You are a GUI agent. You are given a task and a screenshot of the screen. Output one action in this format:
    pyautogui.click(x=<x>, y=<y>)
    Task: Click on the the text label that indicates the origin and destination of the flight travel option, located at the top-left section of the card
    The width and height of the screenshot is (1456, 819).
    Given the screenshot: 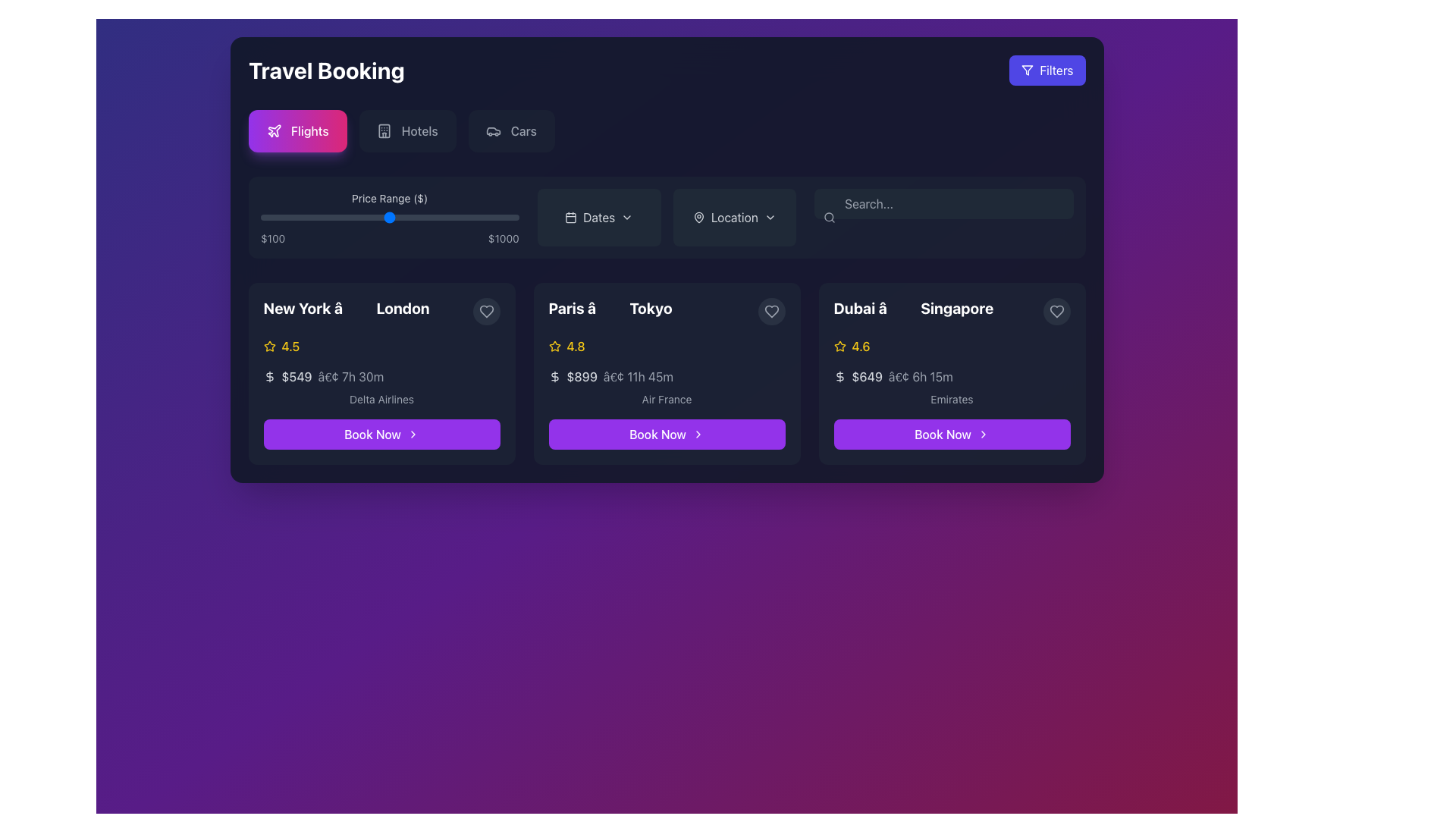 What is the action you would take?
    pyautogui.click(x=381, y=311)
    